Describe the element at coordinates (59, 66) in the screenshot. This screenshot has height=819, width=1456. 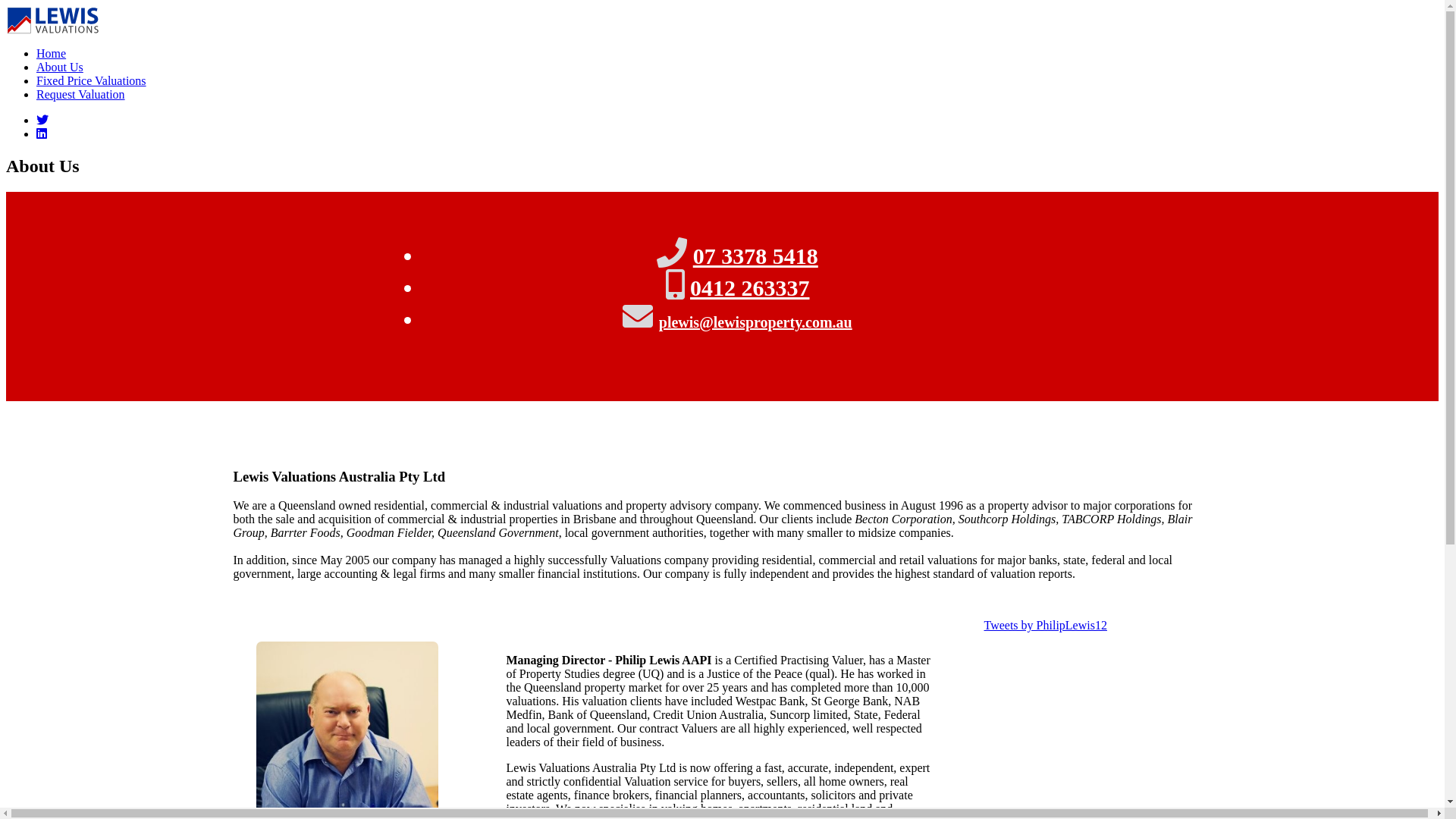
I see `'About Us'` at that location.